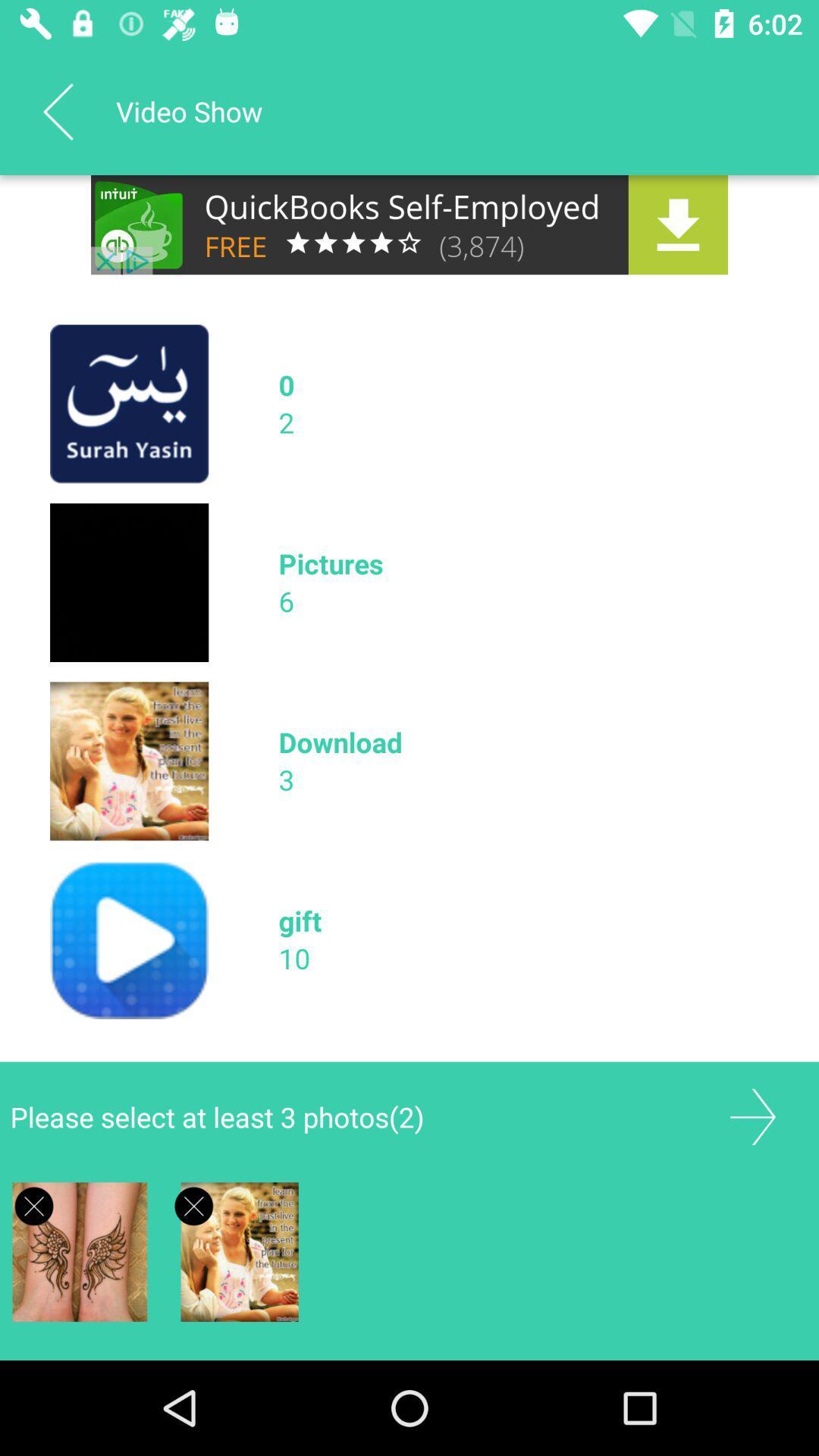  What do you see at coordinates (752, 1117) in the screenshot?
I see `forward` at bounding box center [752, 1117].